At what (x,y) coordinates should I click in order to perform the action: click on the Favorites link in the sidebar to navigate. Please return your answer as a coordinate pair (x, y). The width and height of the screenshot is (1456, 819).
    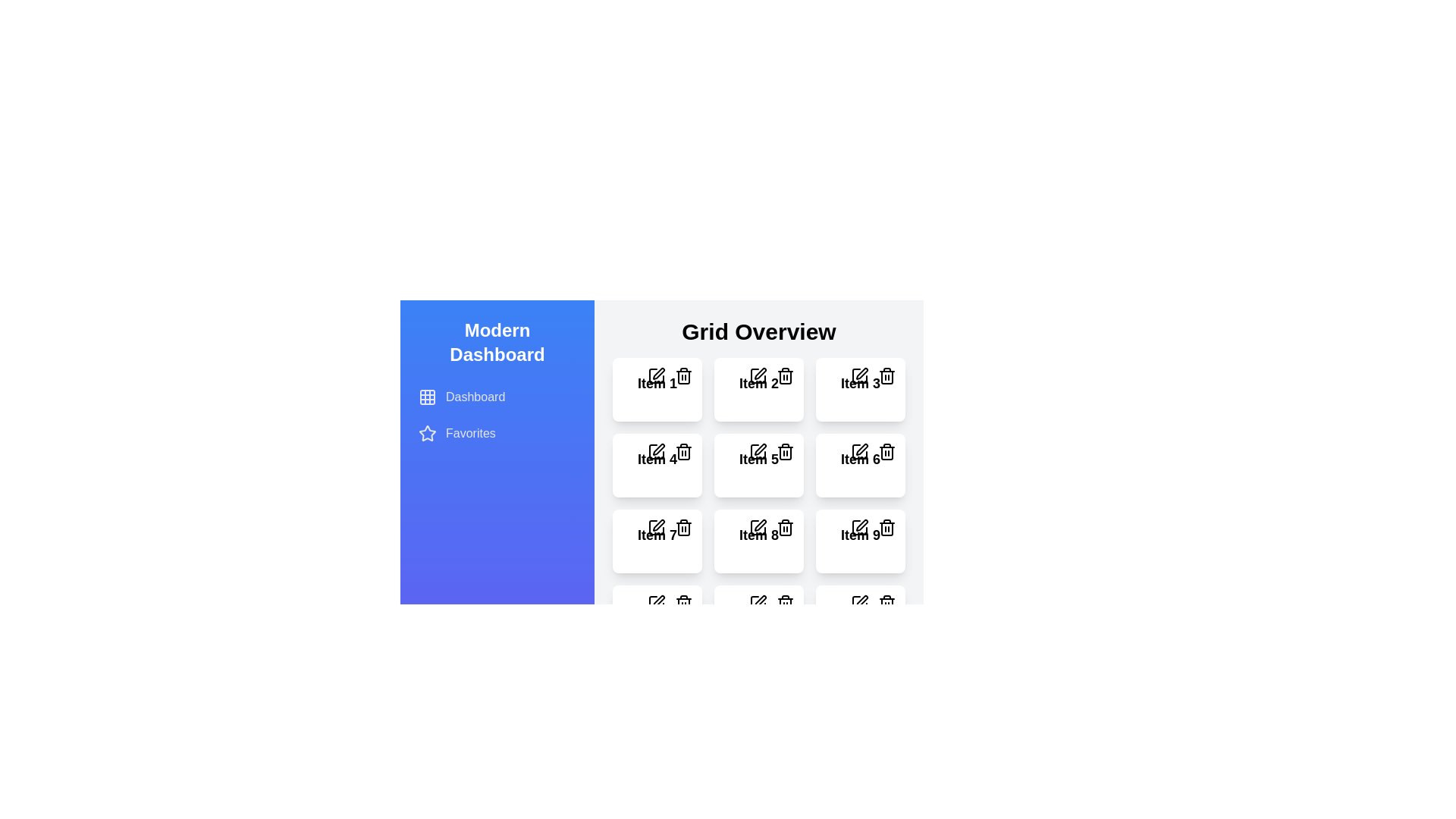
    Looking at the image, I should click on (497, 433).